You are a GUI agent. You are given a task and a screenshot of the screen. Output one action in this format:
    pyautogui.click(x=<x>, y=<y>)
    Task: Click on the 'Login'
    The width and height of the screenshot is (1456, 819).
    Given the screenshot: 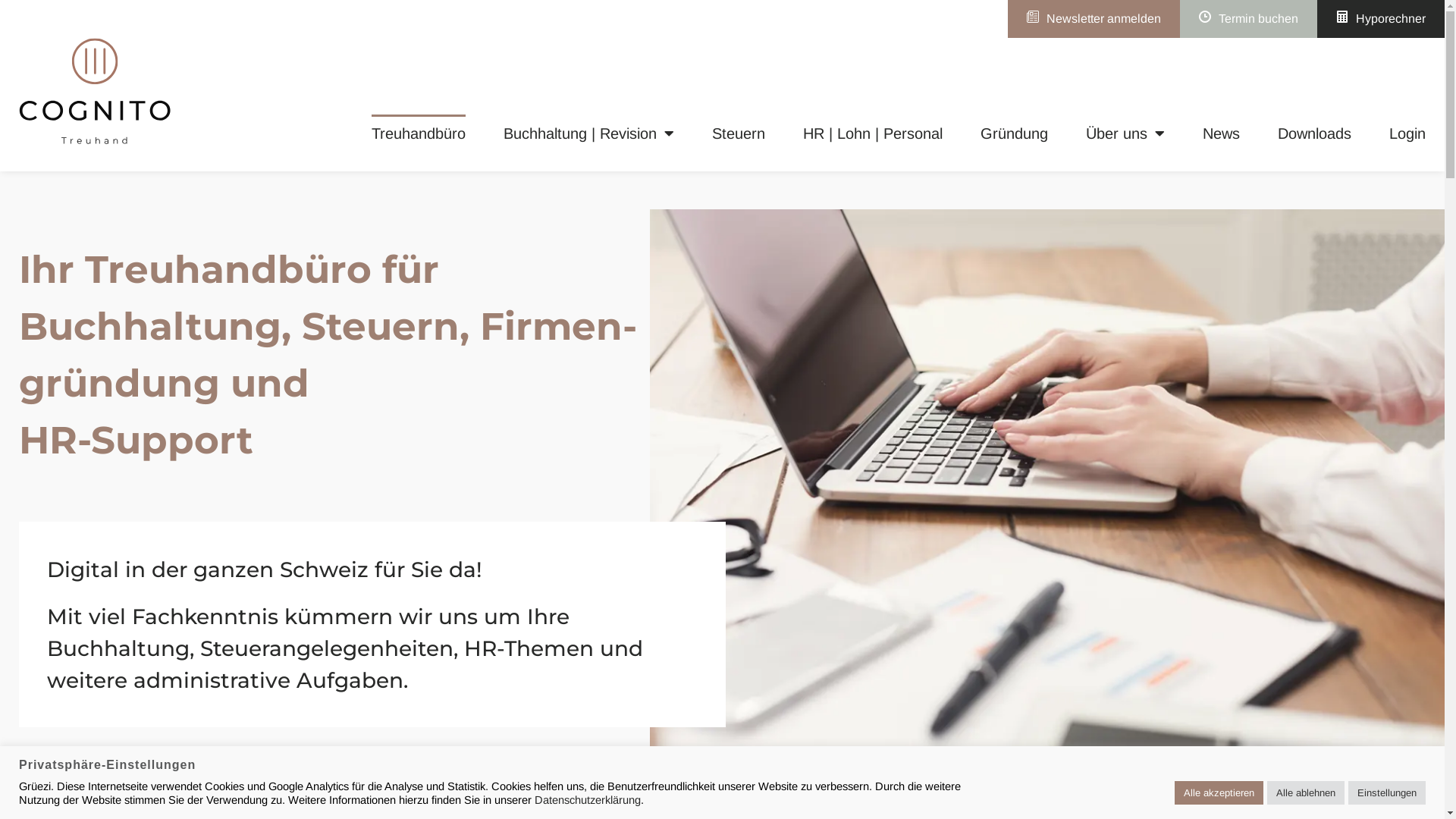 What is the action you would take?
    pyautogui.click(x=1407, y=133)
    